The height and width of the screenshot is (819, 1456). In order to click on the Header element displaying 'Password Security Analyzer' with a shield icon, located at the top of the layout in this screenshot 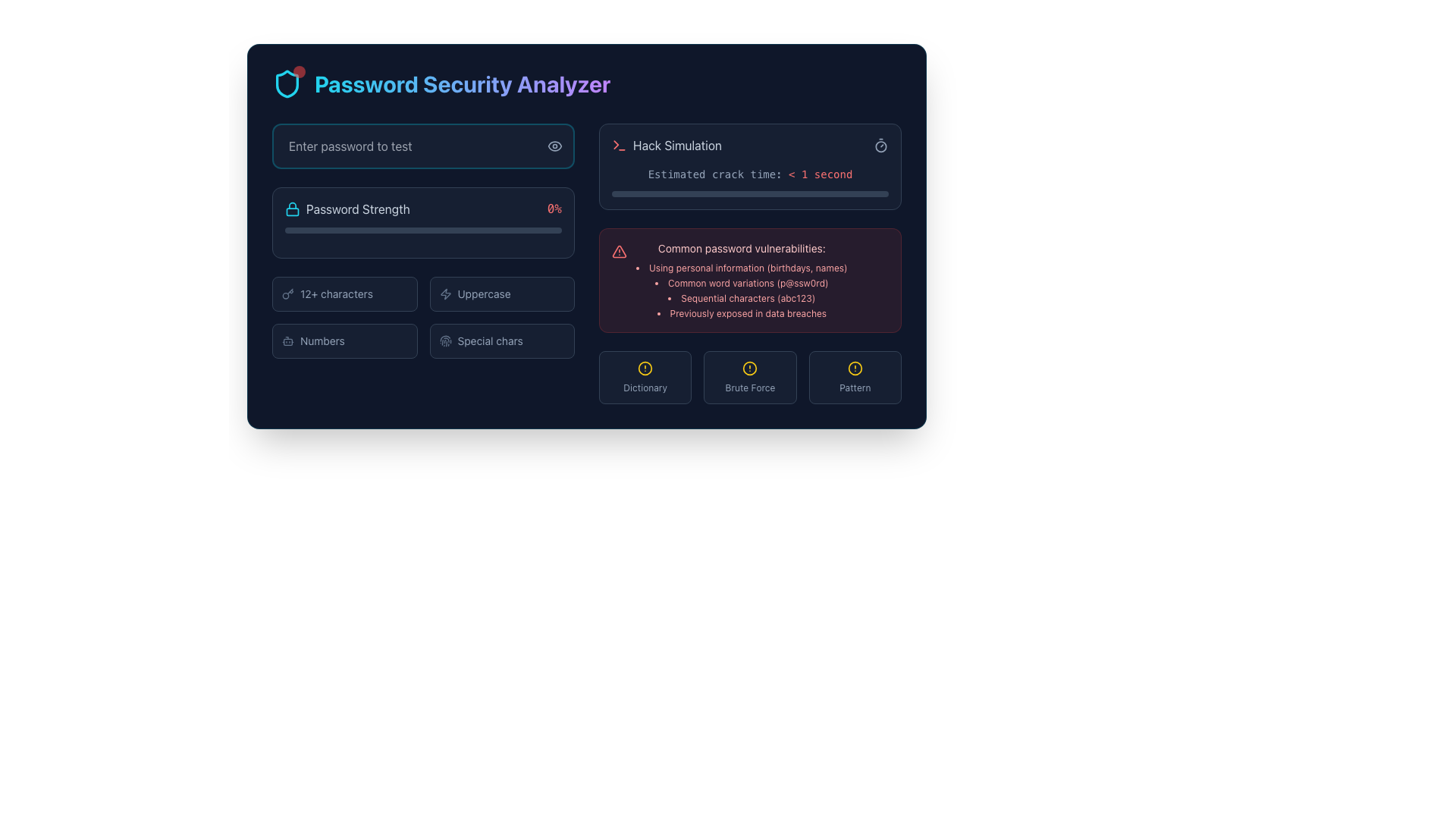, I will do `click(441, 84)`.